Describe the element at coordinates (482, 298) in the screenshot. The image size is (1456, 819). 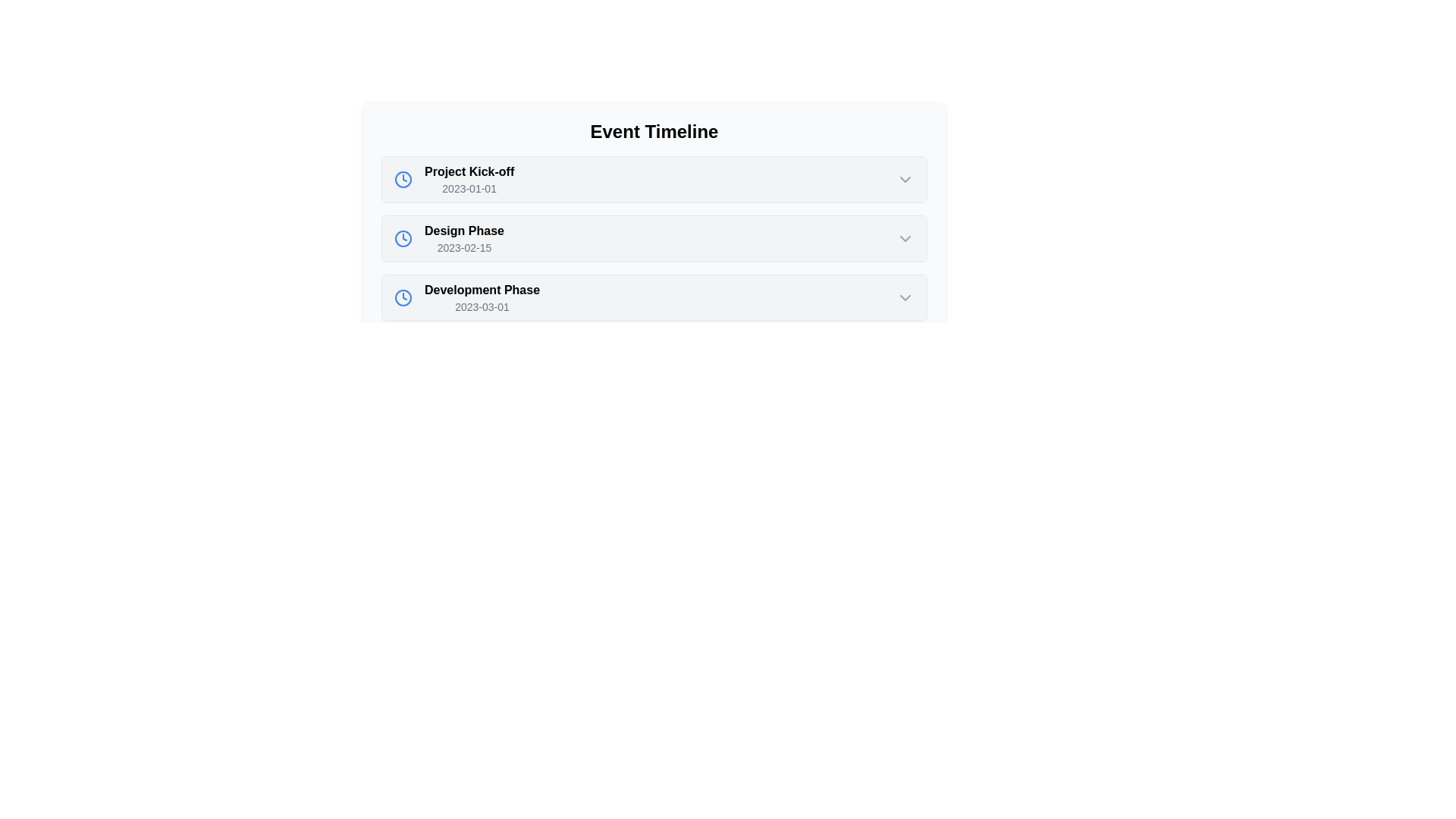
I see `the text block titled 'Development Phase' which is part of the Event Timeline, located between 'Design Phase' and subsequent entries` at that location.